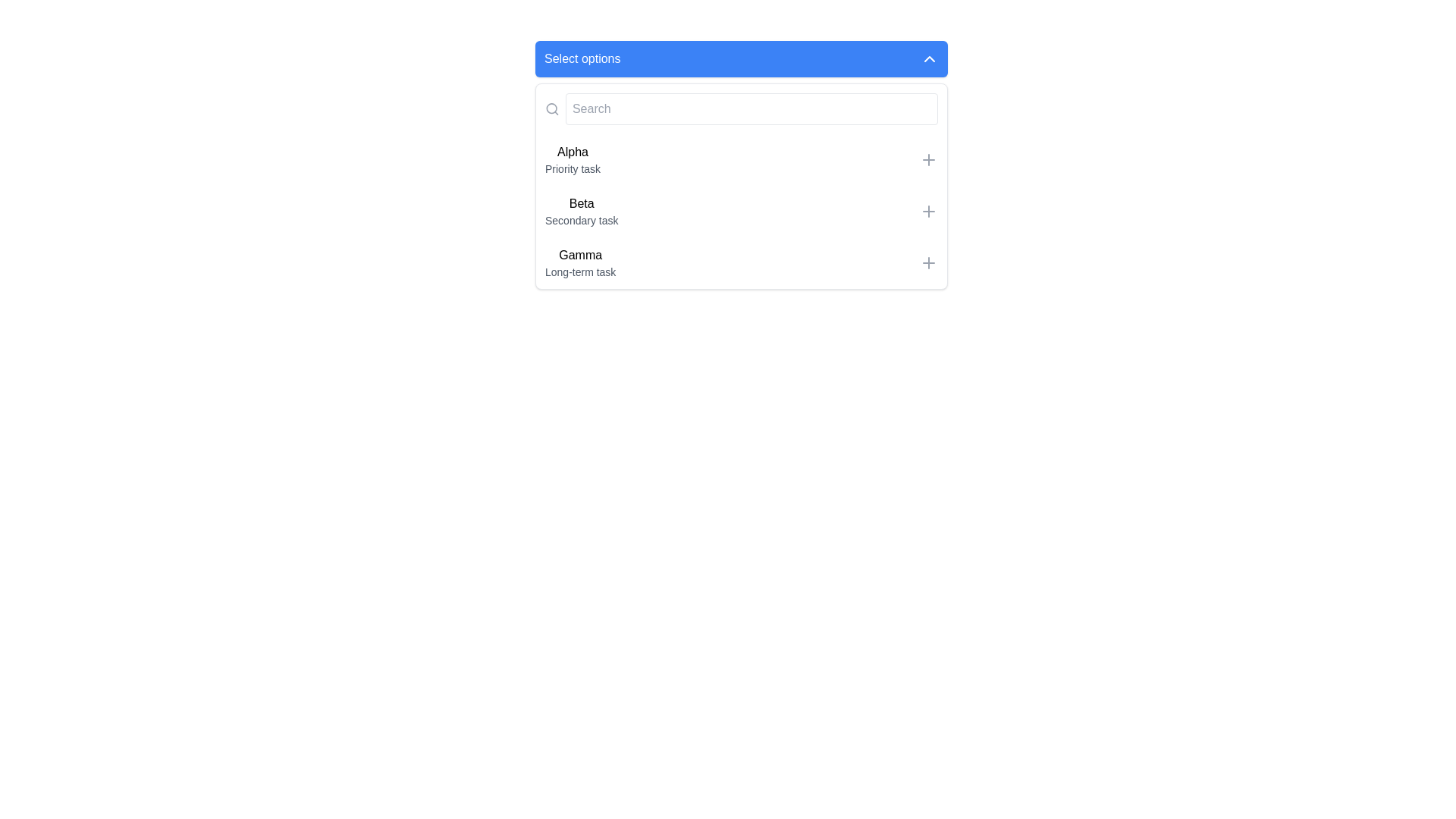  Describe the element at coordinates (581, 203) in the screenshot. I see `the 'Beta' text label, which is the second item in the dropdown list, distinctively styled in bold font and positioned above the 'Gamma' item` at that location.